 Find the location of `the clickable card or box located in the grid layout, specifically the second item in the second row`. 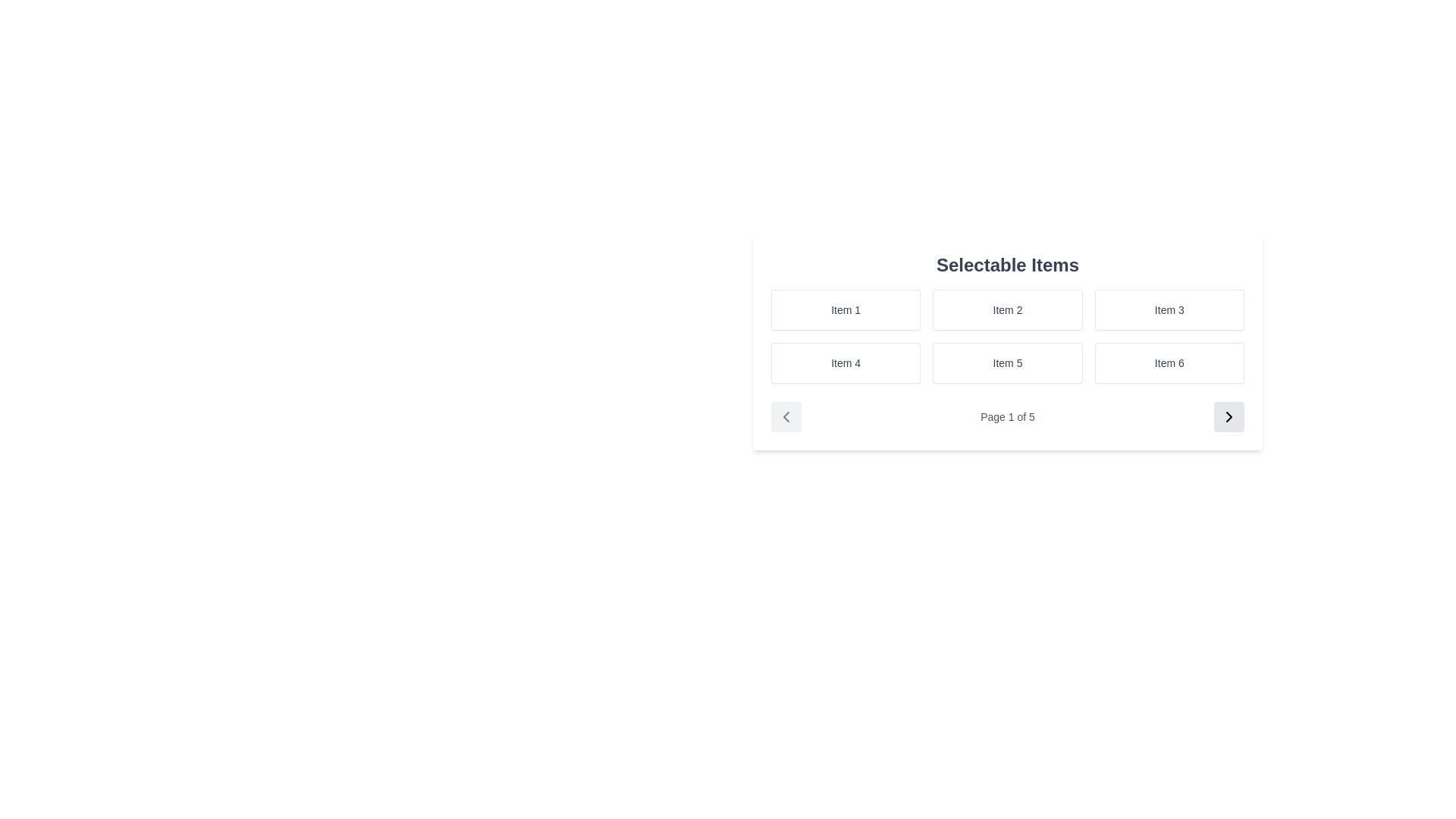

the clickable card or box located in the grid layout, specifically the second item in the second row is located at coordinates (1008, 362).